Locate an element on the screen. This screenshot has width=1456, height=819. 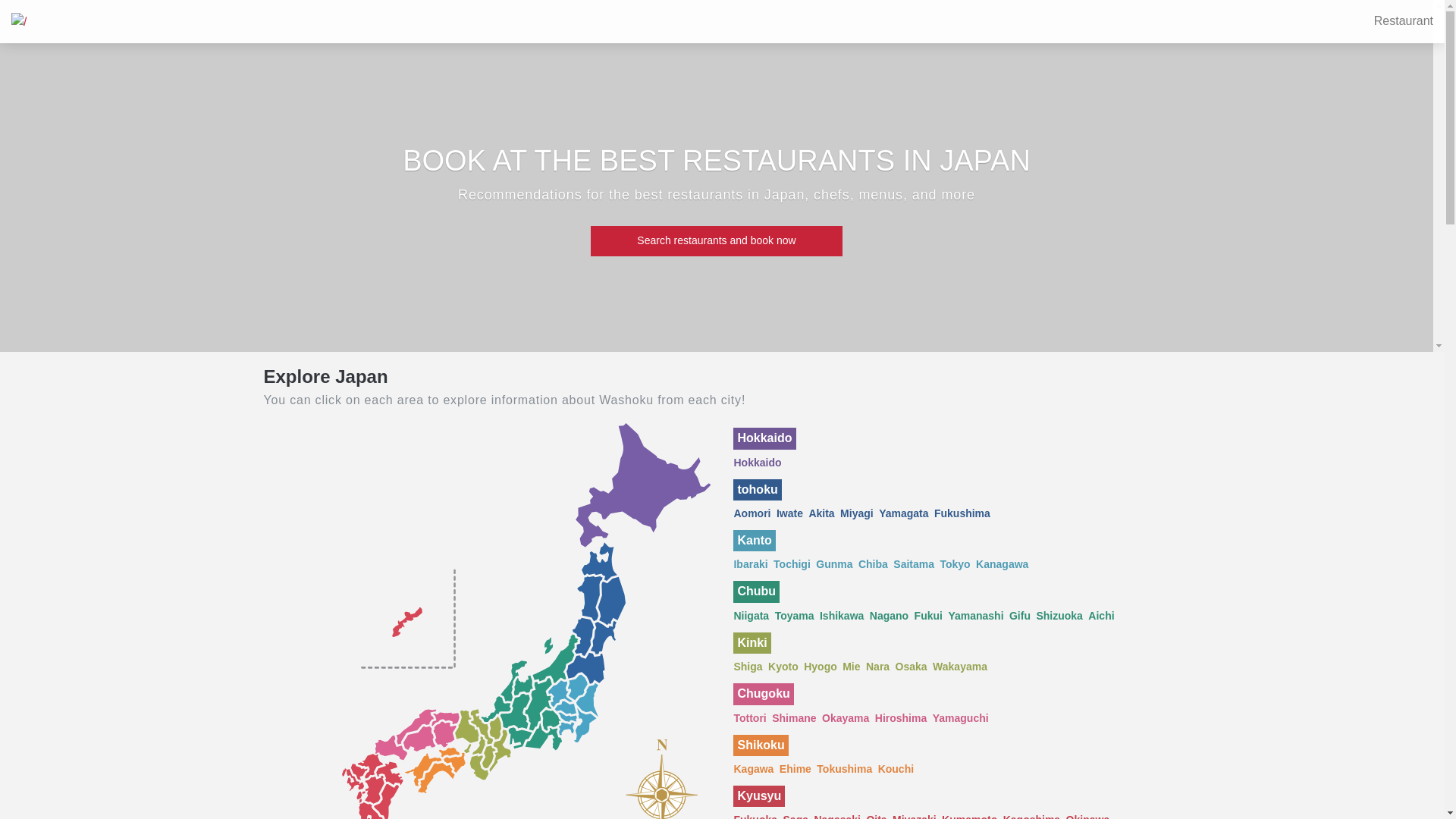
'Kyoto' is located at coordinates (783, 666).